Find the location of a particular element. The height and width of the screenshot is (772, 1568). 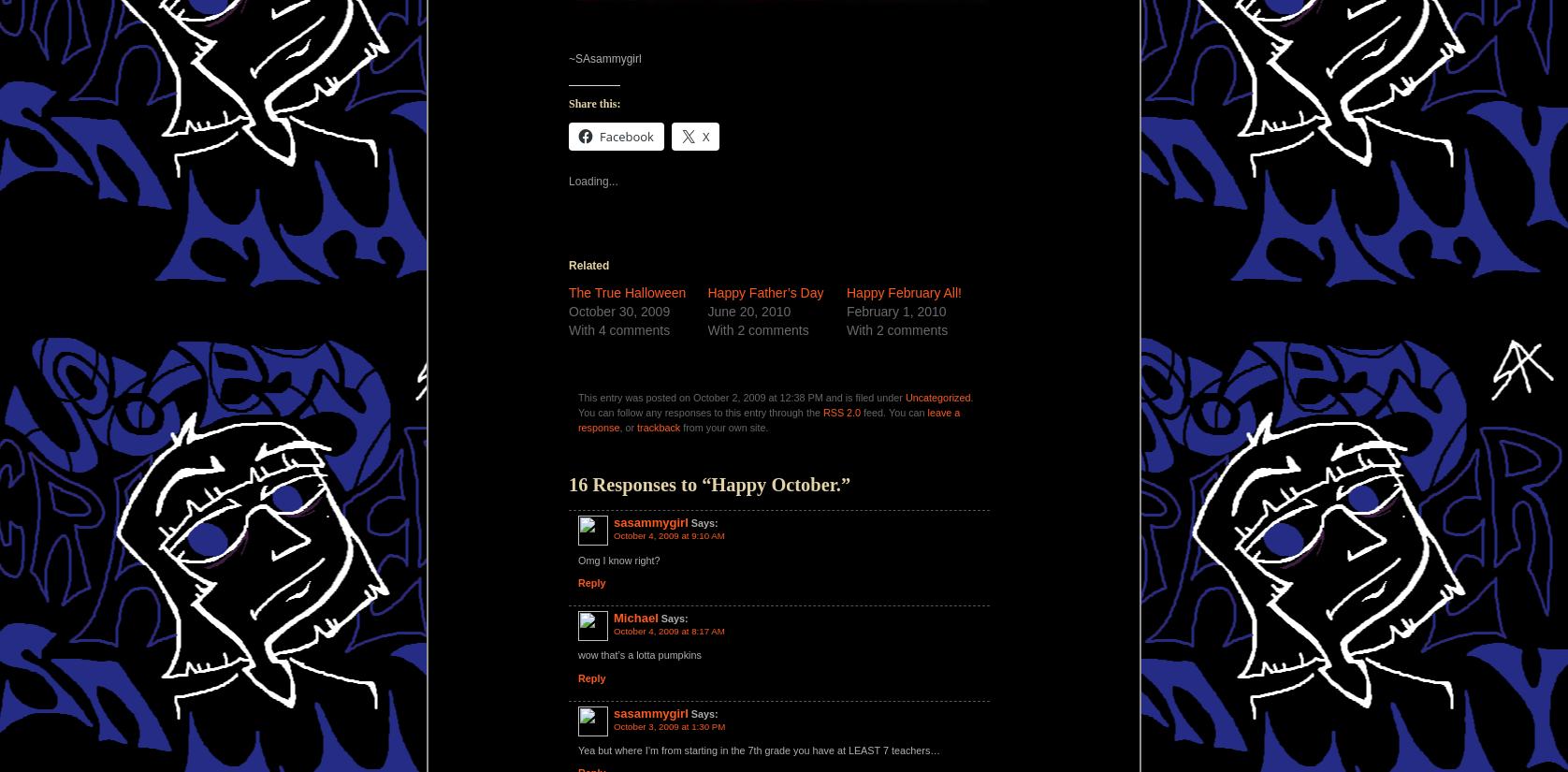

'16 Responses to “Happy October.”' is located at coordinates (569, 483).